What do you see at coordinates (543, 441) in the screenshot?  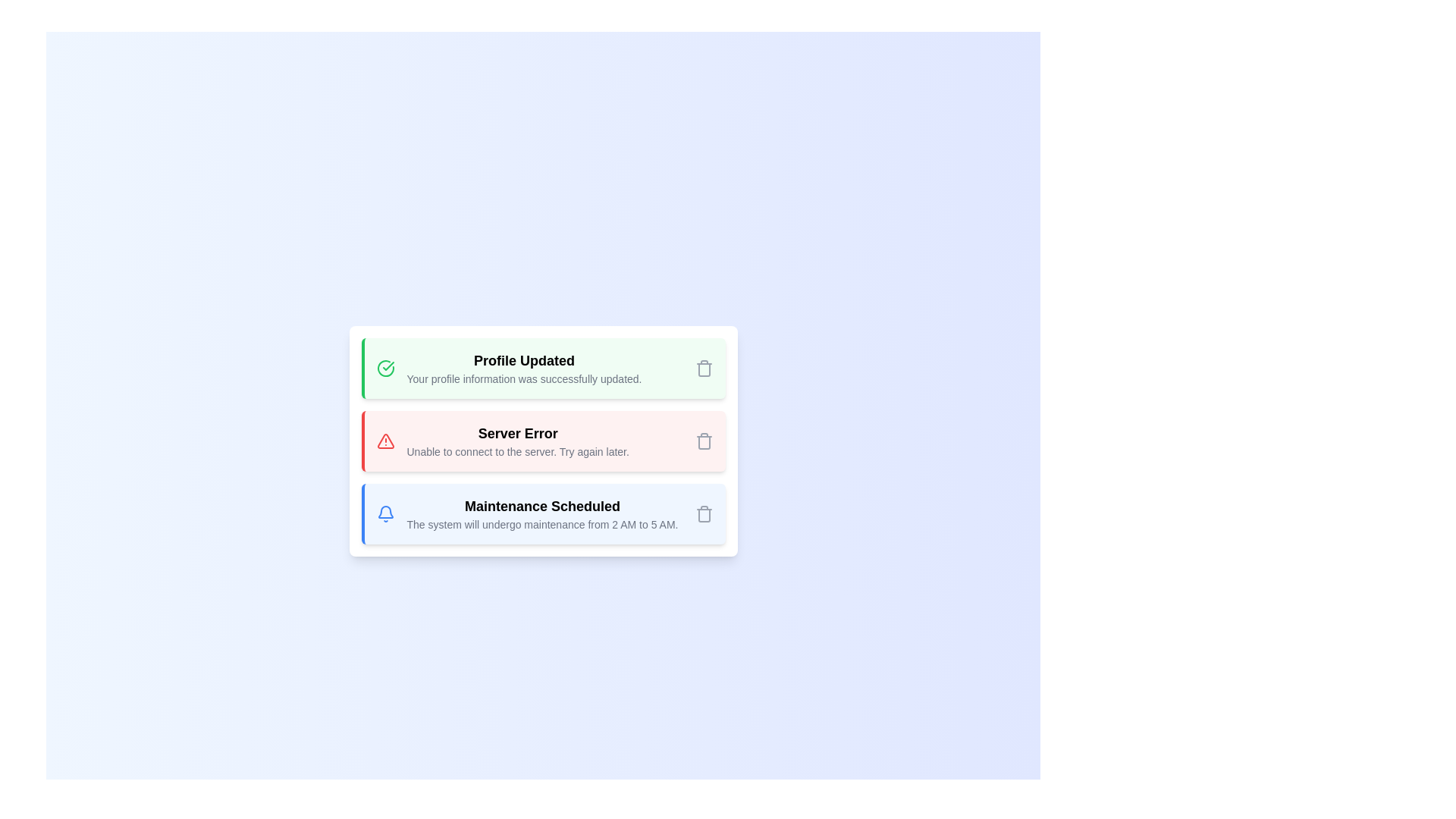 I see `the alert with type danger` at bounding box center [543, 441].